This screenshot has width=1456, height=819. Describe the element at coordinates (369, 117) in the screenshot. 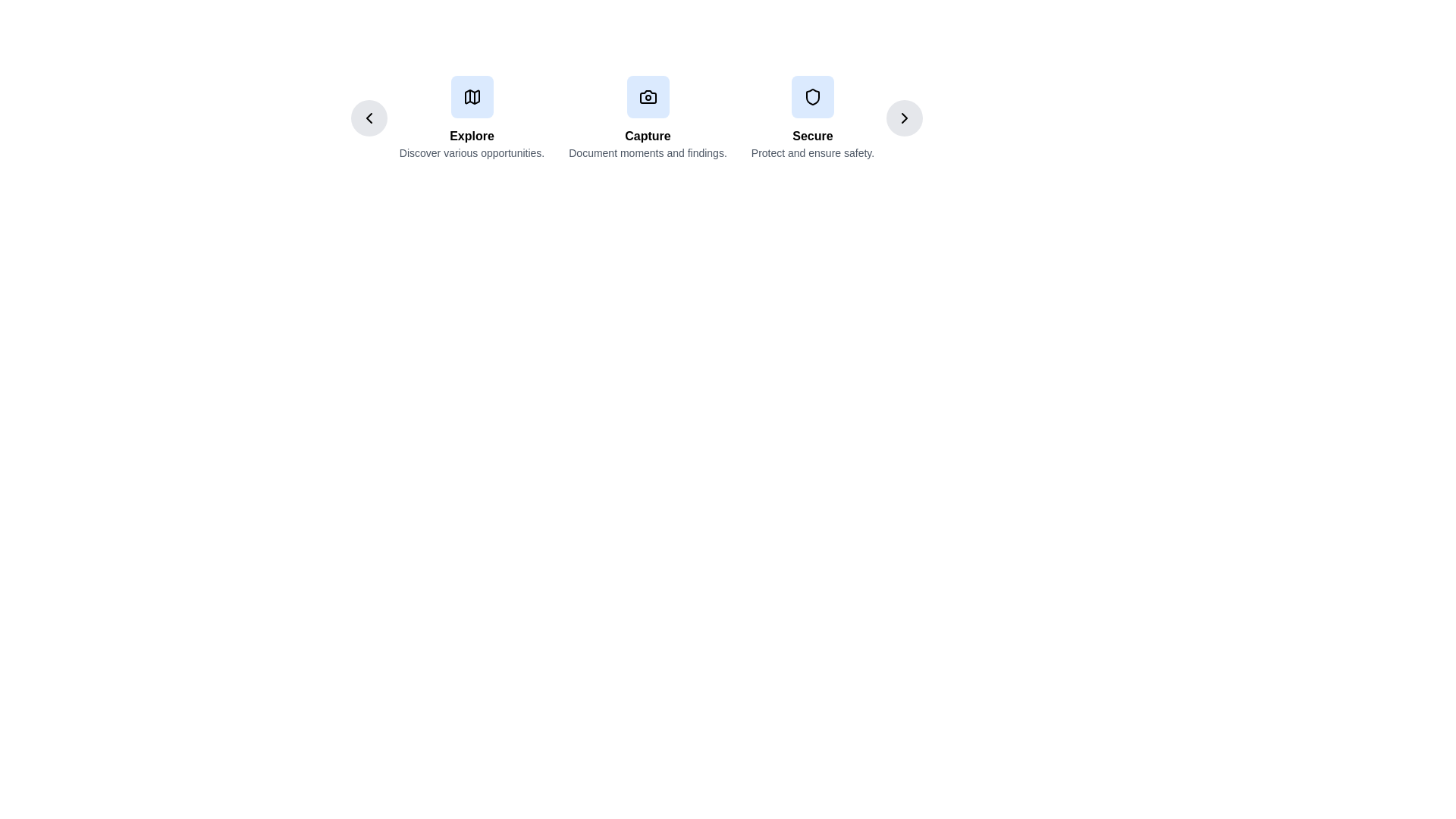

I see `the arrow icon located on the far left side of the interface, adjacent to a circular button, which is used for navigating to a previous menu or page` at that location.